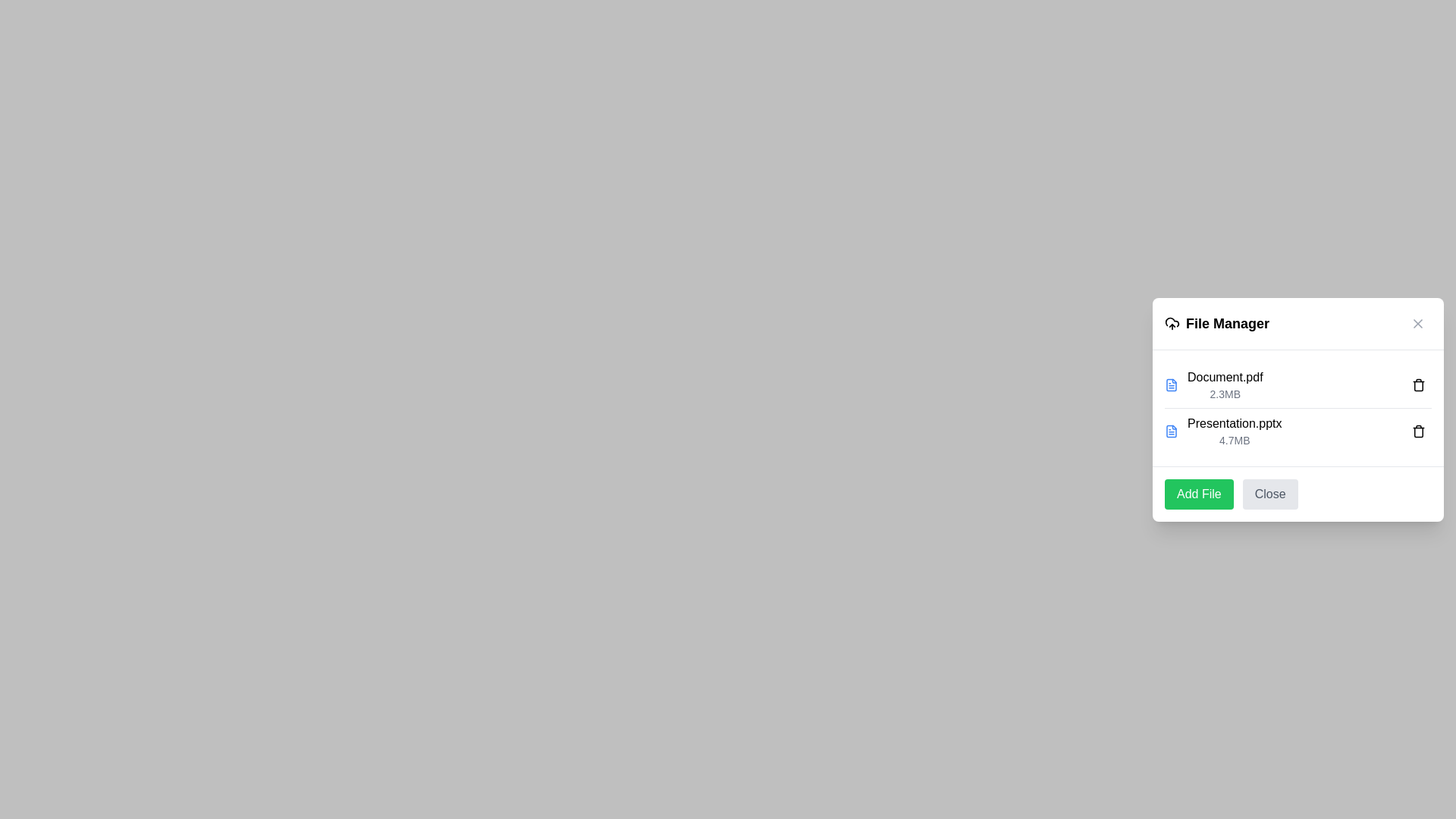 This screenshot has height=819, width=1456. What do you see at coordinates (1418, 384) in the screenshot?
I see `the delete icon button located at the far right end of the file item row in the file manager modal` at bounding box center [1418, 384].